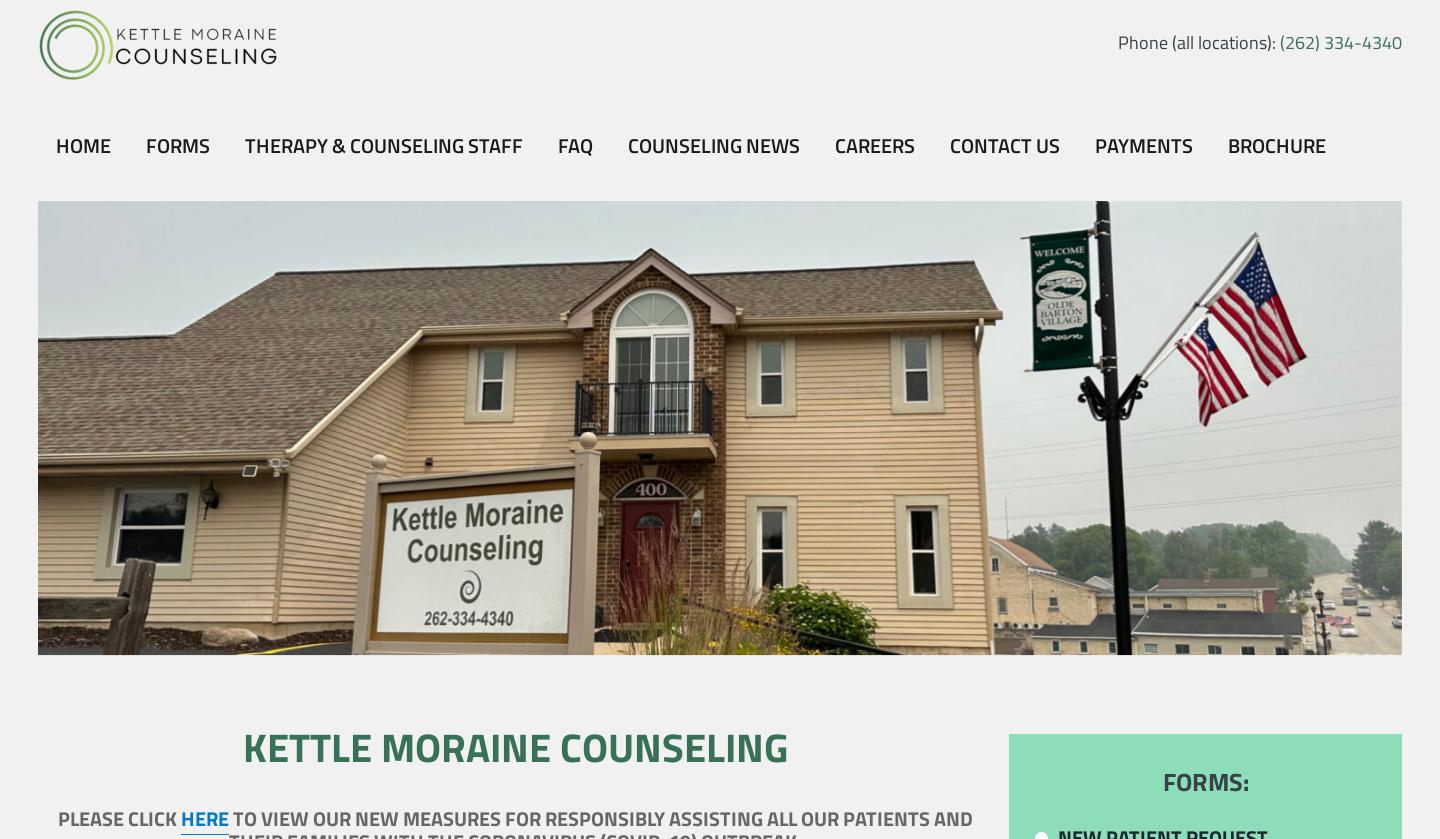  Describe the element at coordinates (1203, 781) in the screenshot. I see `'Forms:'` at that location.